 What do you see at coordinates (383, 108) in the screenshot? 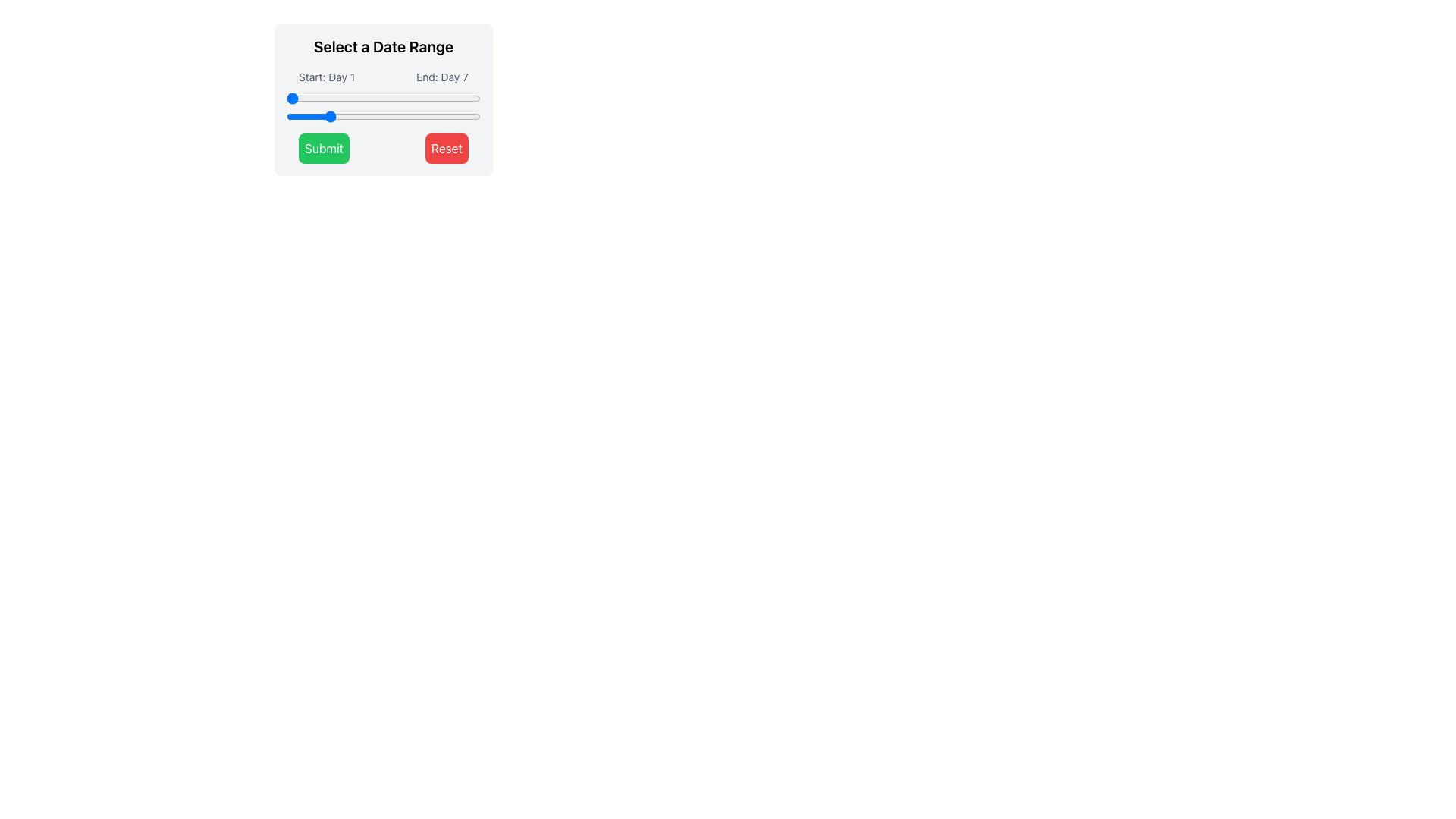
I see `the Slider control located below the 'Start: Day 1' and 'End: Day 7' labels` at bounding box center [383, 108].